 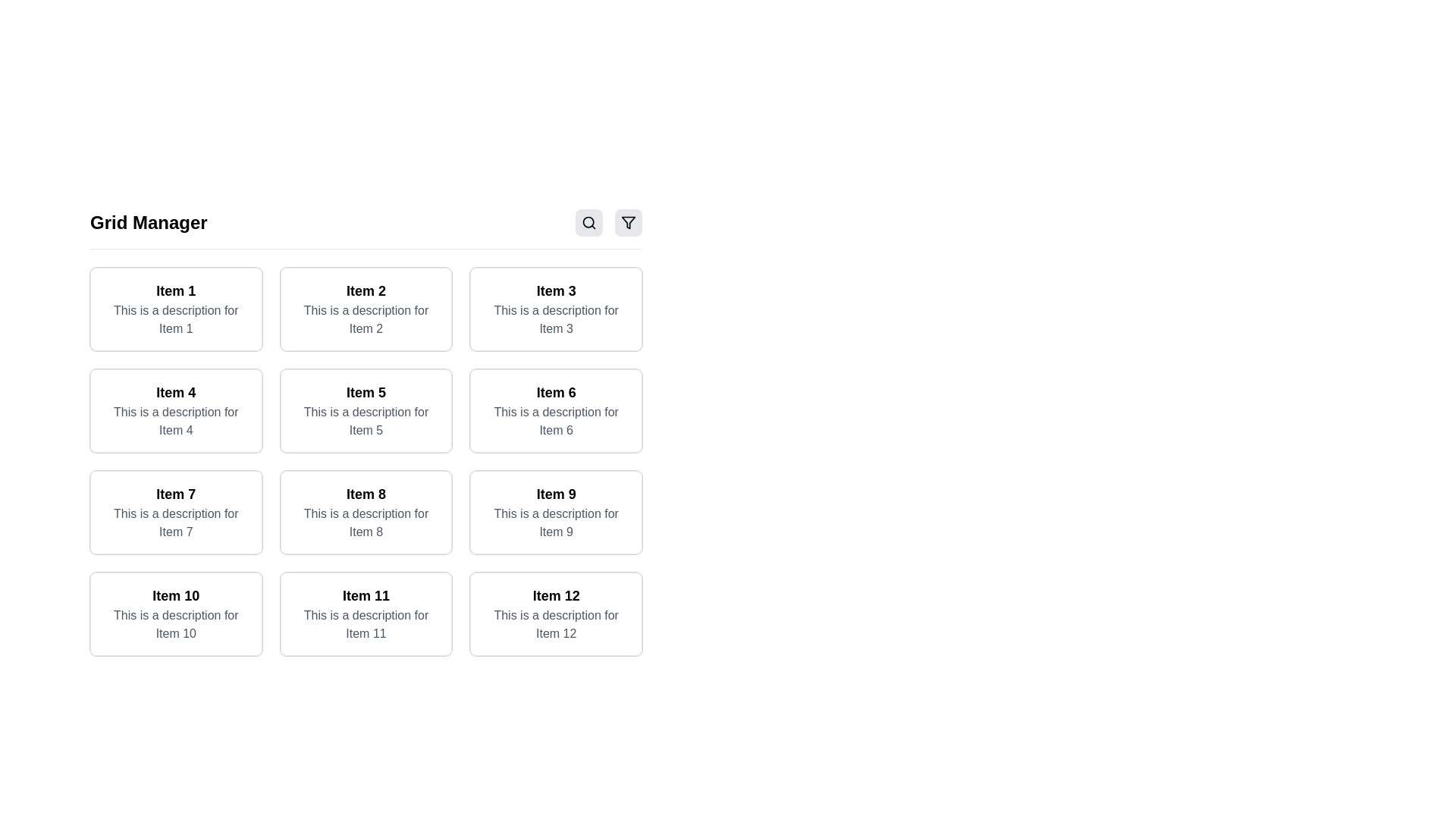 What do you see at coordinates (366, 614) in the screenshot?
I see `the grid item representing 'Item 11', located in the last row, second column from the left` at bounding box center [366, 614].